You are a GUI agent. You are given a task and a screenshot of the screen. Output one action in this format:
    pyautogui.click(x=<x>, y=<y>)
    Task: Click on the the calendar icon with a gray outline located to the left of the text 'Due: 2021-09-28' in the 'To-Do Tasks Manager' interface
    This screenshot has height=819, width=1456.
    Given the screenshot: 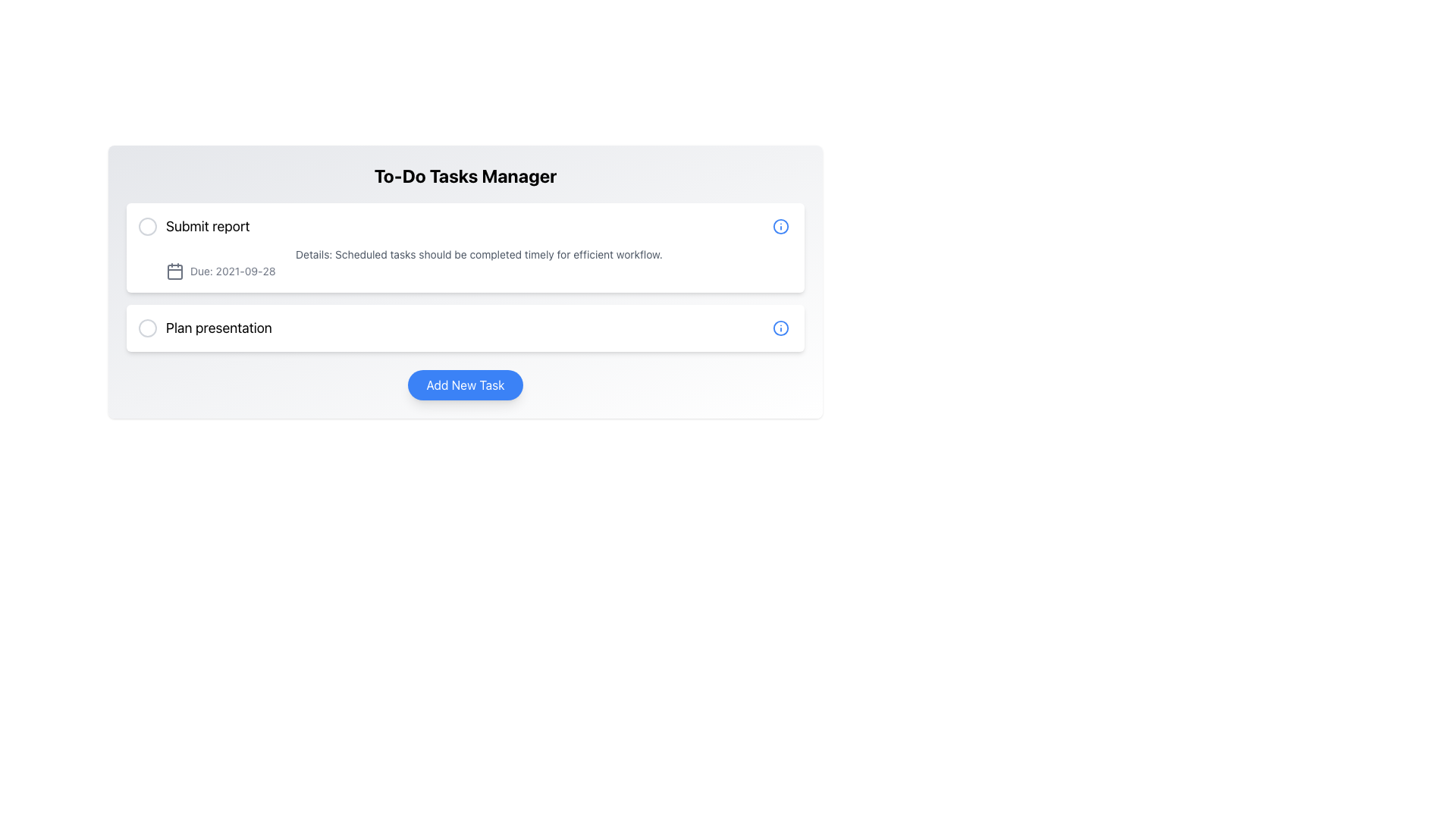 What is the action you would take?
    pyautogui.click(x=174, y=271)
    